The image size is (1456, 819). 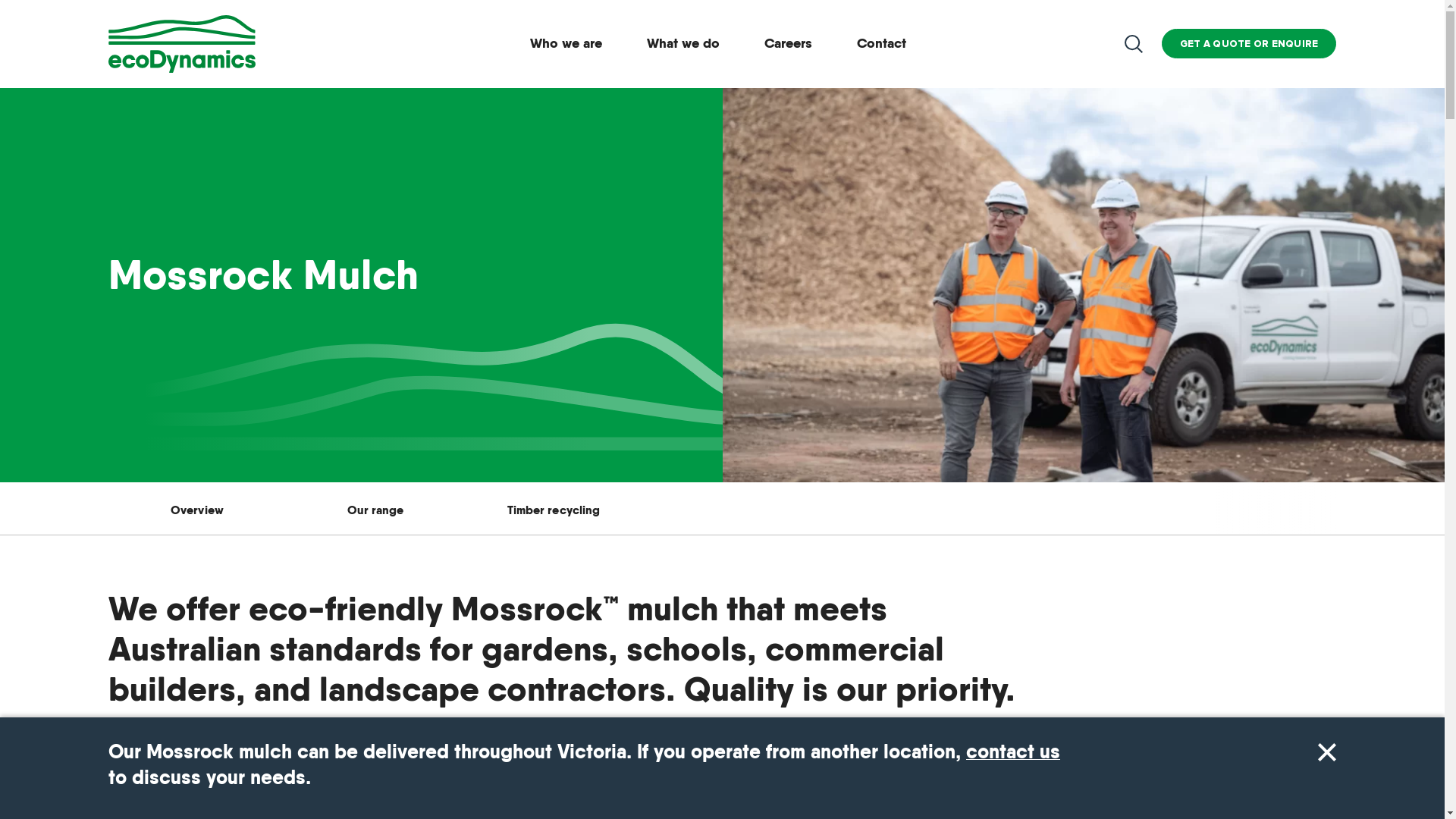 I want to click on 'Contact', so click(x=881, y=42).